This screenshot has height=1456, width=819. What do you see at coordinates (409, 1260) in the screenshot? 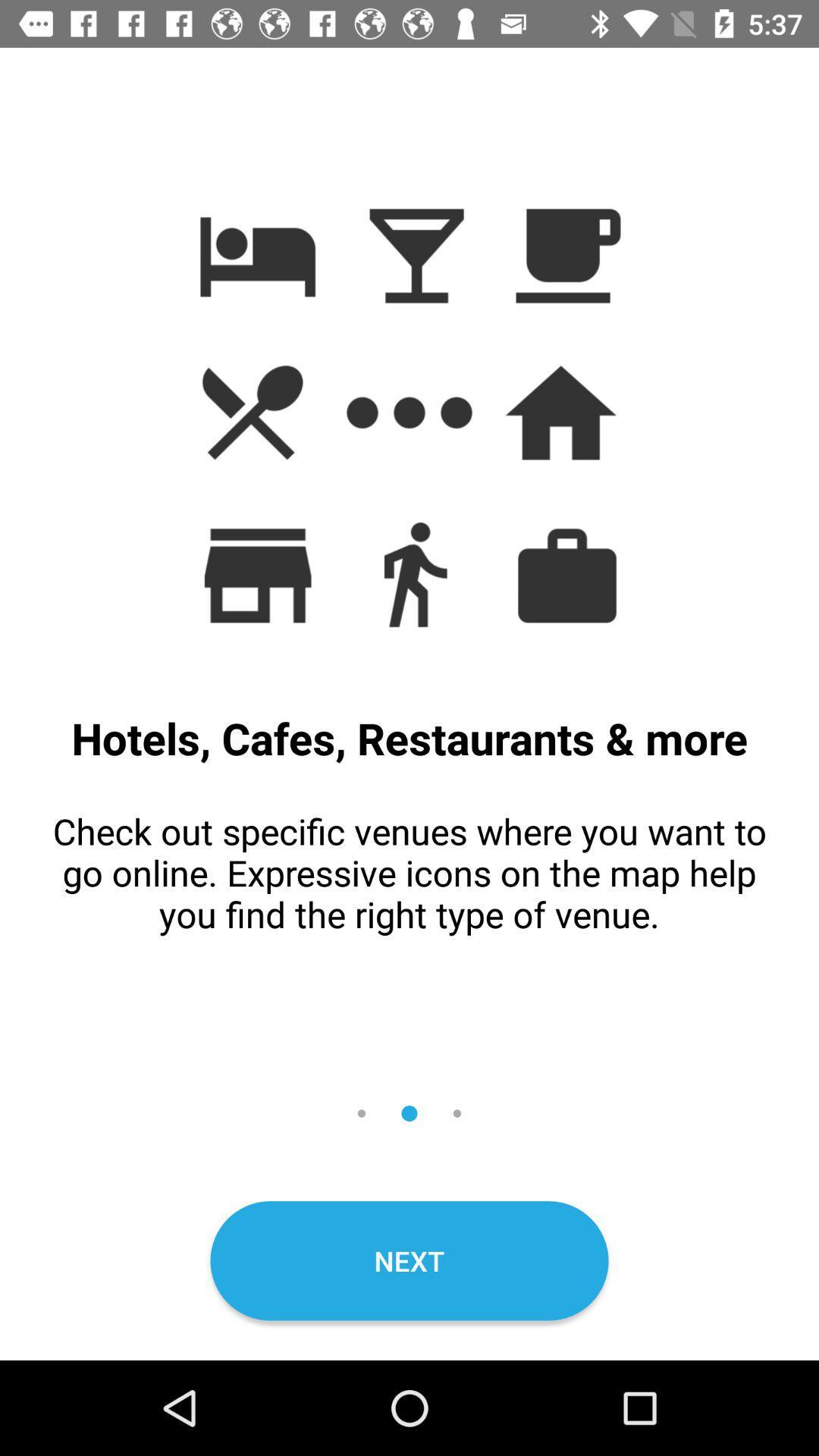
I see `the next item` at bounding box center [409, 1260].